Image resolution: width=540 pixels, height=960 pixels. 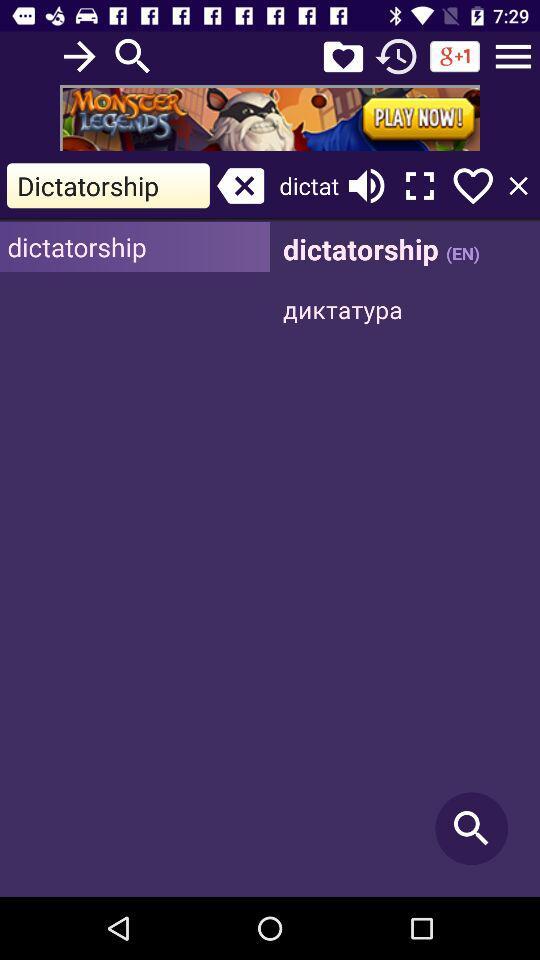 What do you see at coordinates (396, 55) in the screenshot?
I see `go back` at bounding box center [396, 55].